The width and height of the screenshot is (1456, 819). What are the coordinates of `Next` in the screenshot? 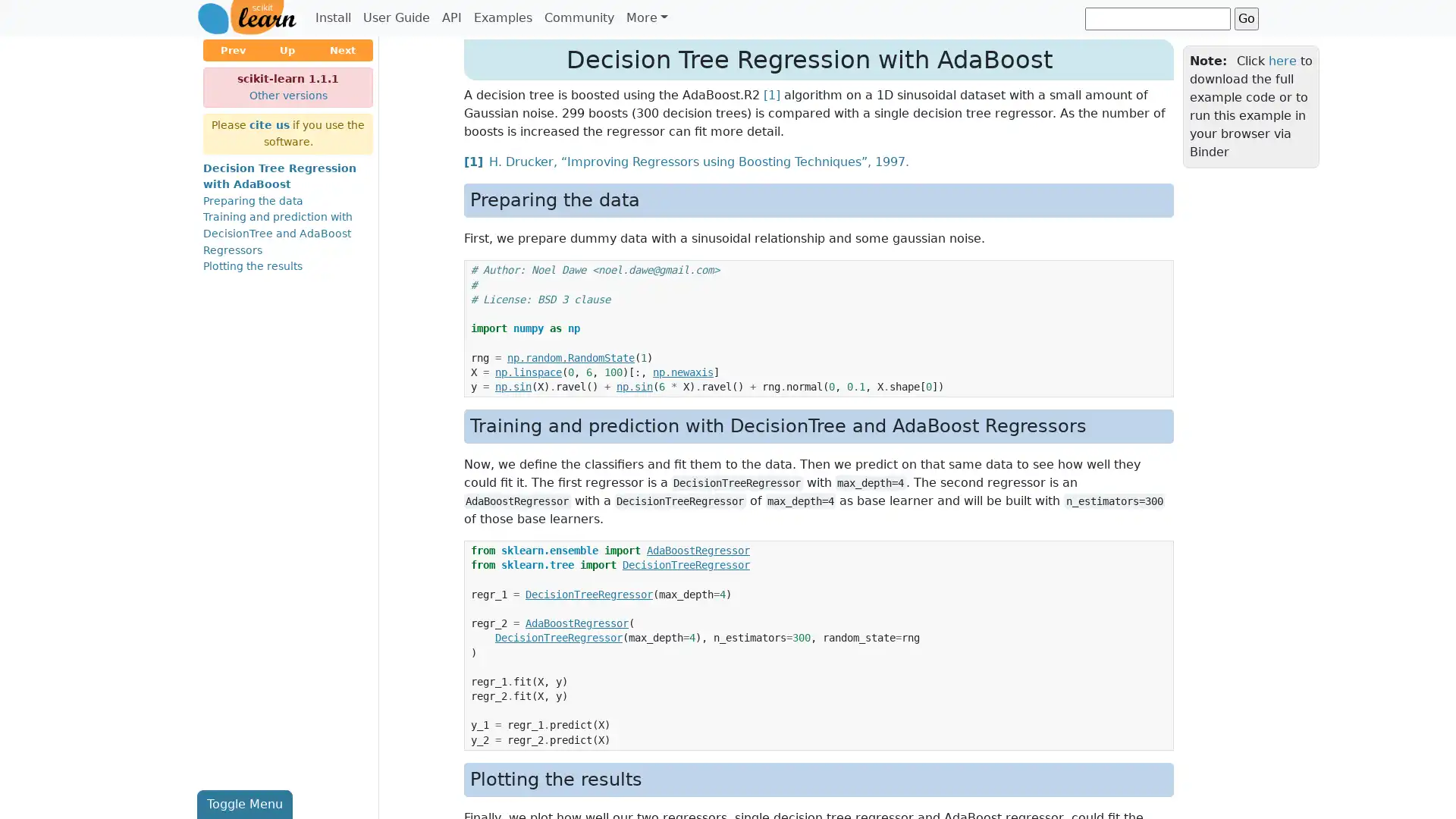 It's located at (341, 49).